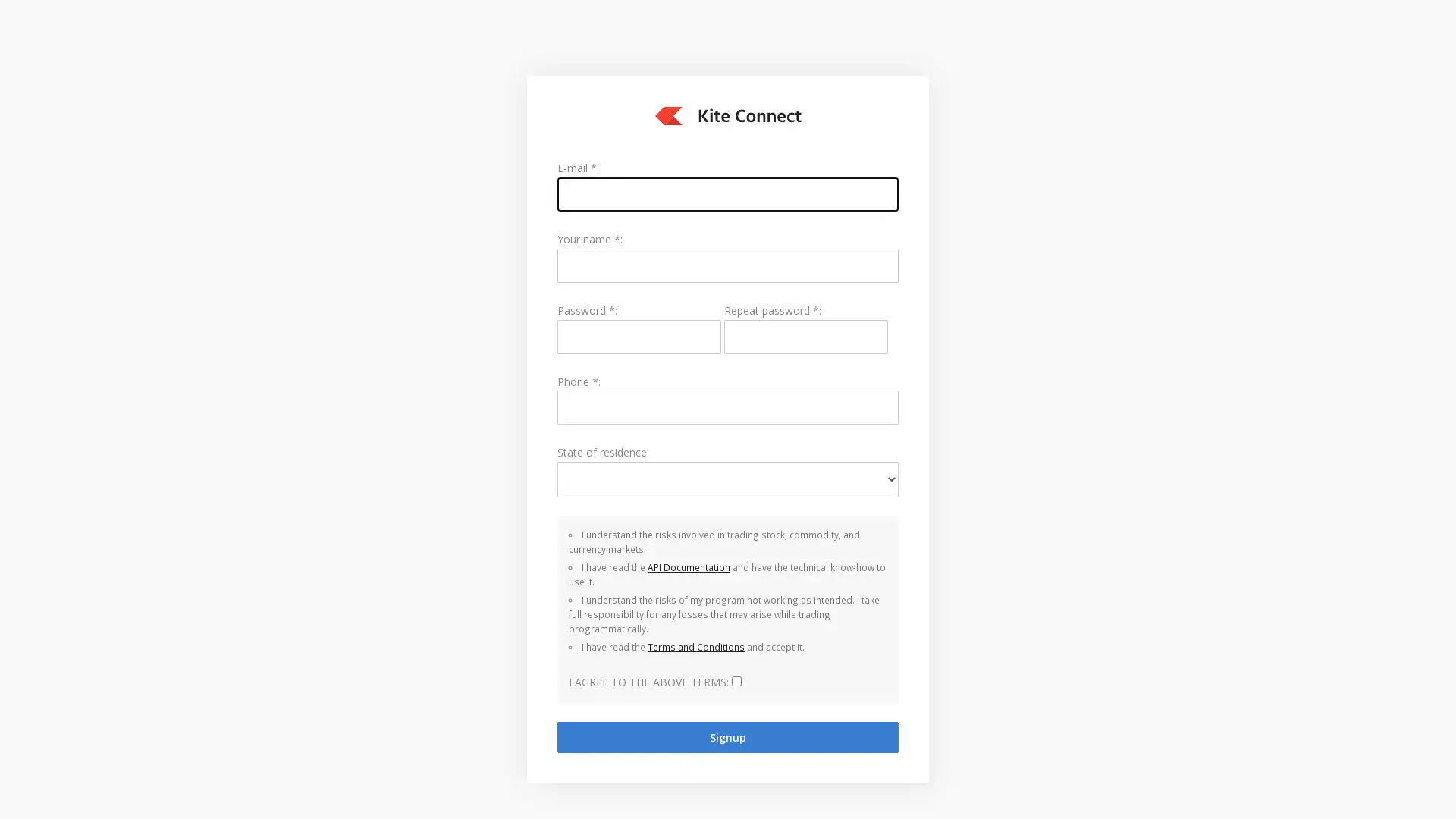  I want to click on Signup, so click(728, 736).